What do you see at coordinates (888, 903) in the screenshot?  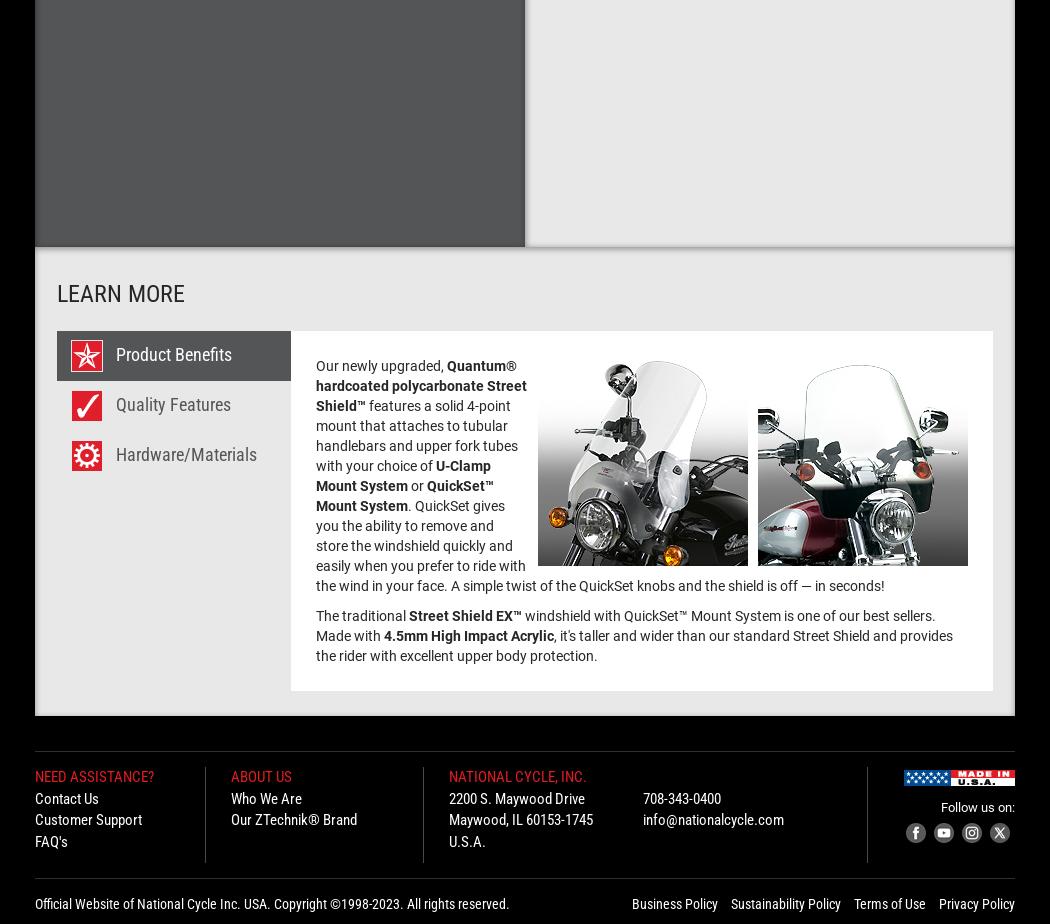 I see `'Terms of Use'` at bounding box center [888, 903].